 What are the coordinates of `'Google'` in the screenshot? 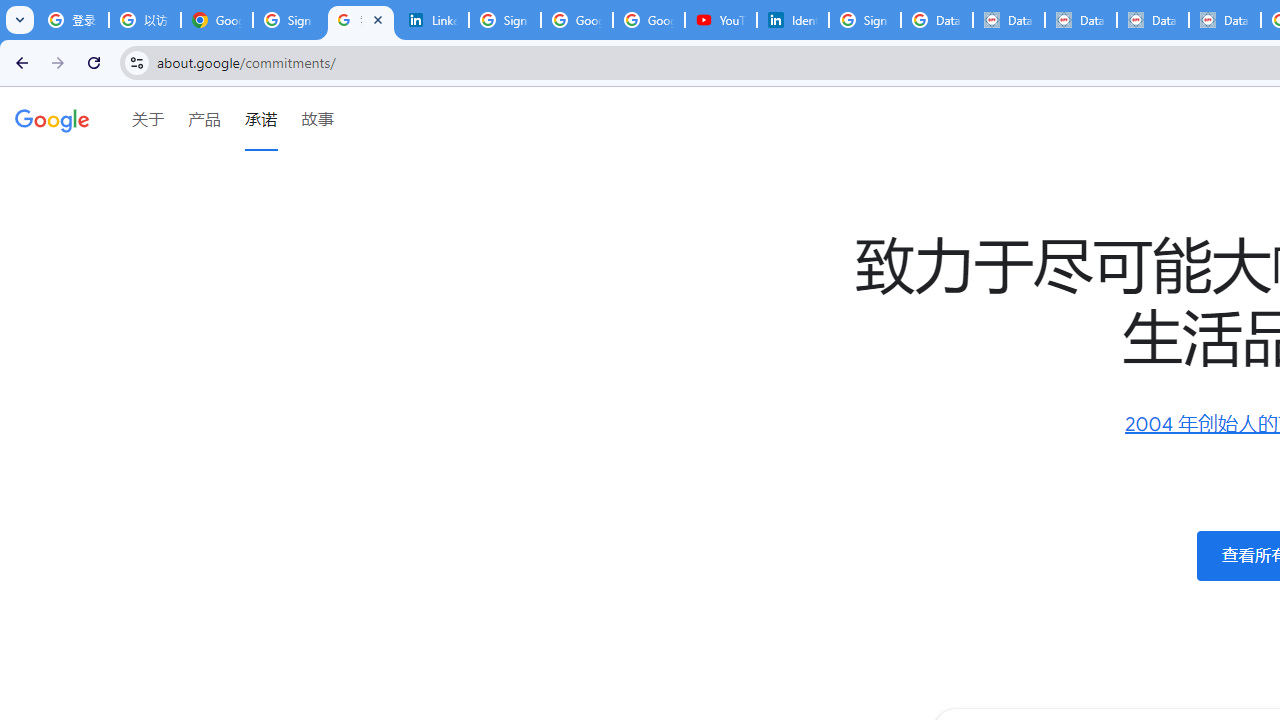 It's located at (52, 119).